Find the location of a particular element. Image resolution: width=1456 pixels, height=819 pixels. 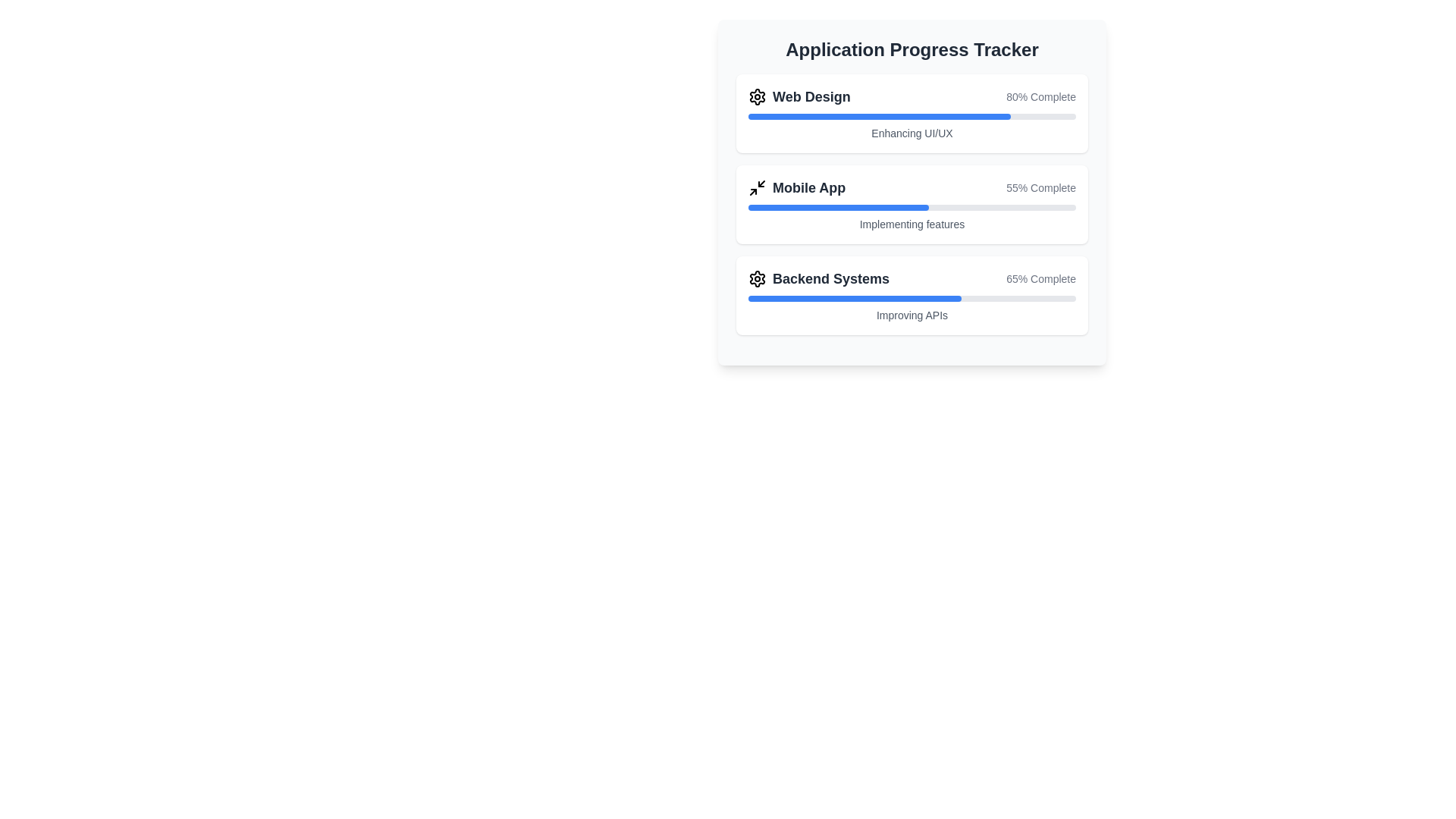

the 'Mobile App' progress tracker label, which is the second entry in a vertical list of progress trackers, distinguishing it from other tasks and providing context to the associated progress bar and percentage is located at coordinates (796, 187).